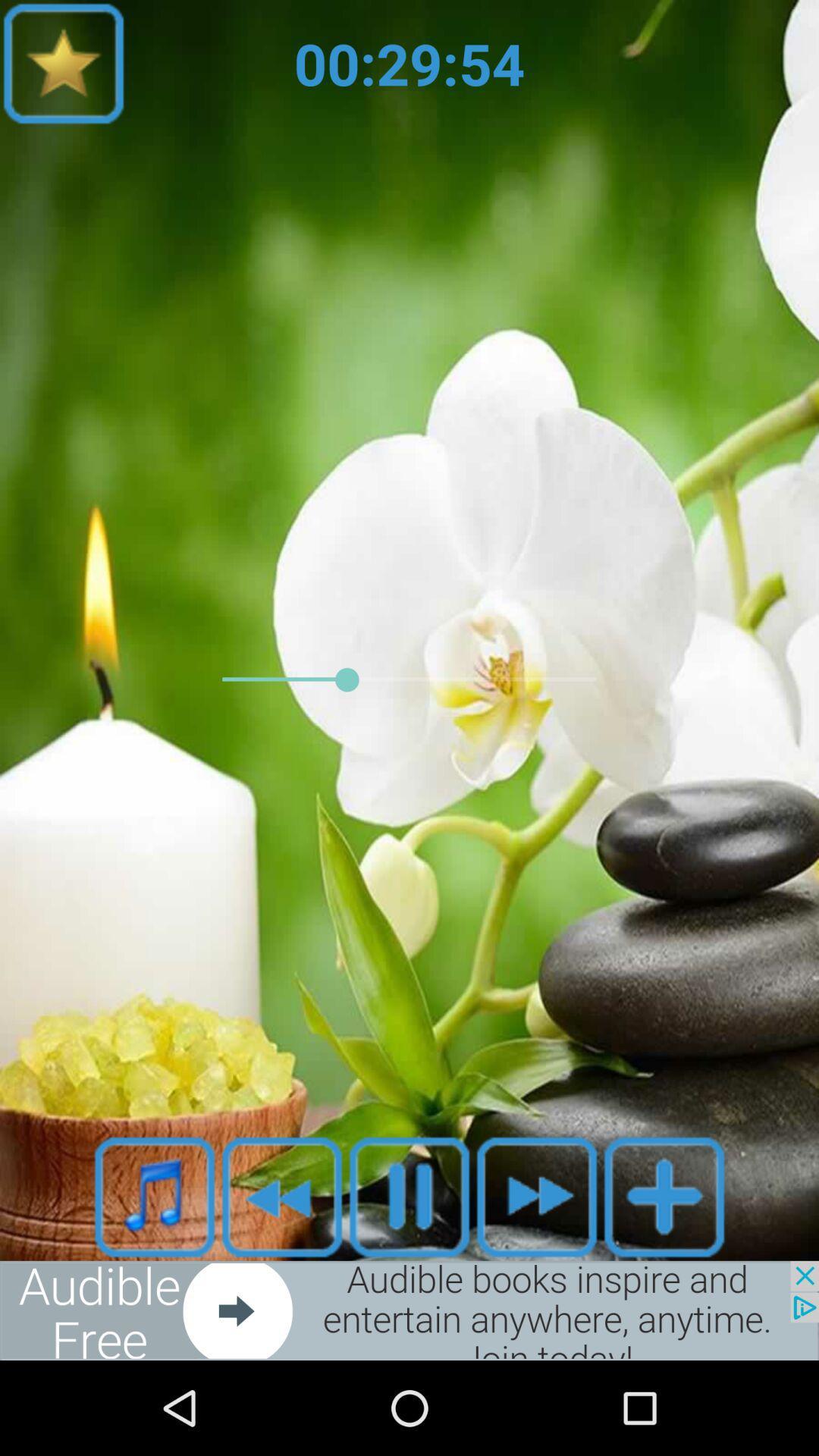 This screenshot has width=819, height=1456. I want to click on undo button, so click(281, 1196).